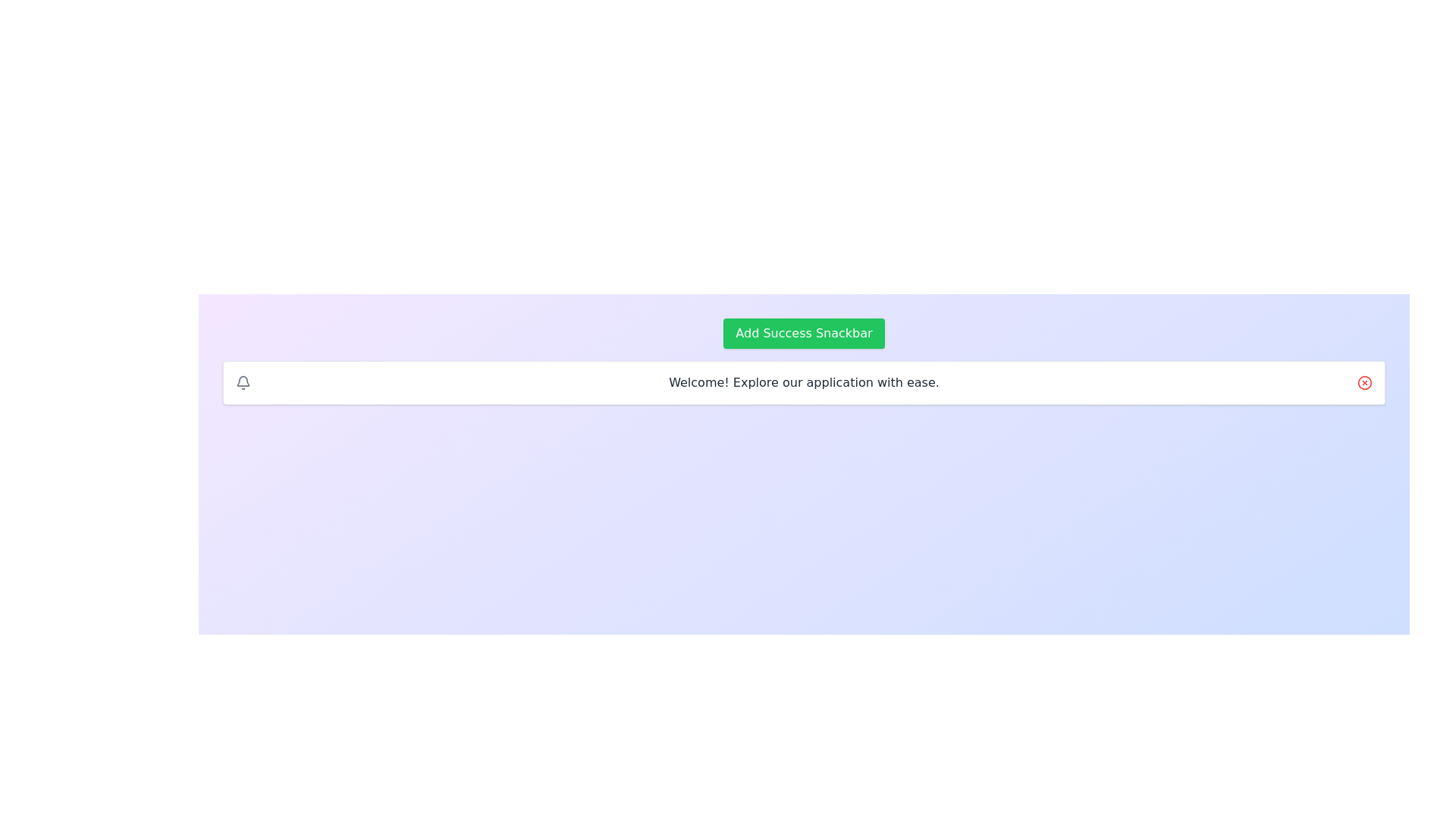  I want to click on the bell icon associated with the snackbar to observe its details, so click(243, 382).